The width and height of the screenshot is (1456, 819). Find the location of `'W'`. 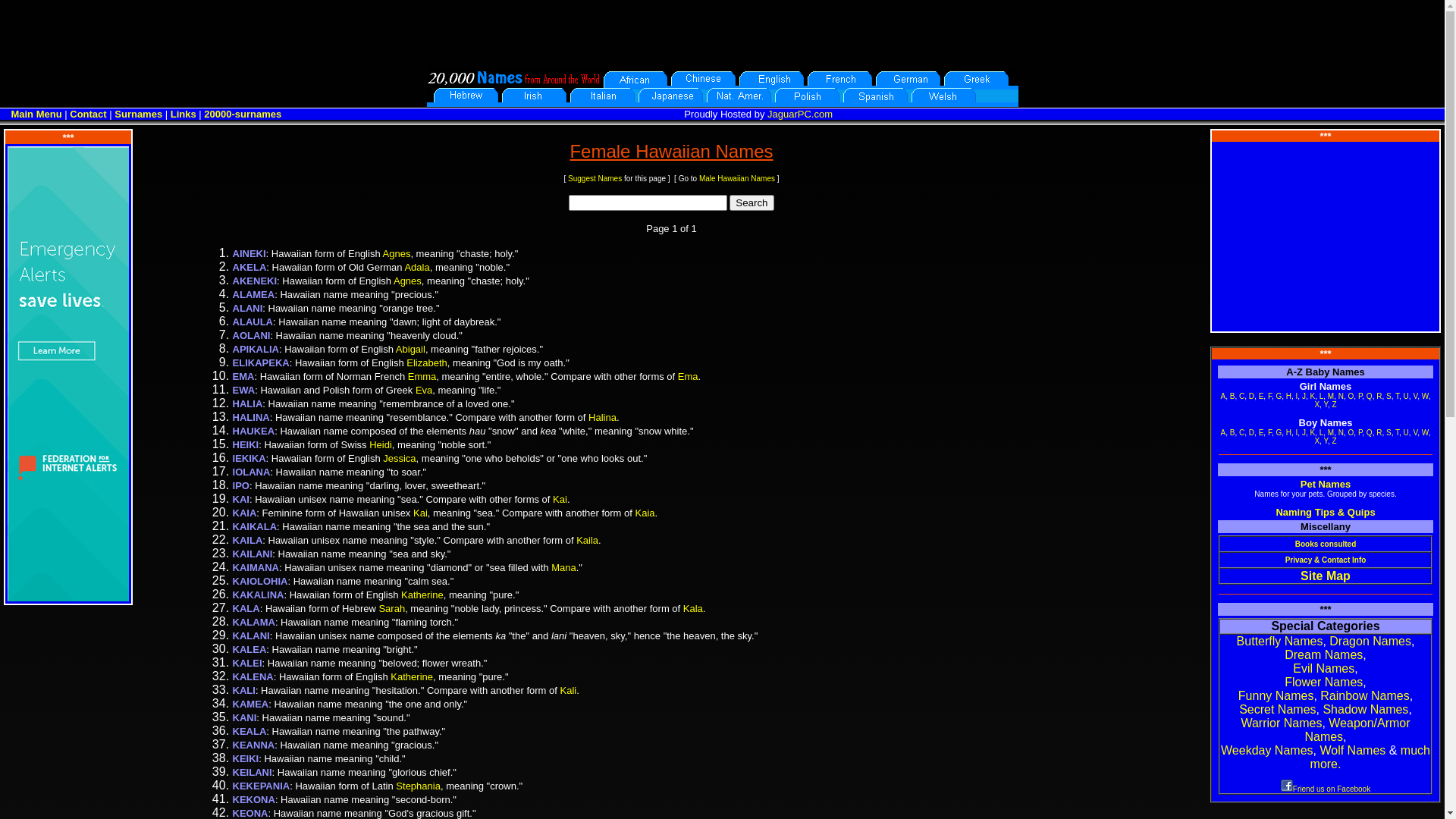

'W' is located at coordinates (1424, 432).